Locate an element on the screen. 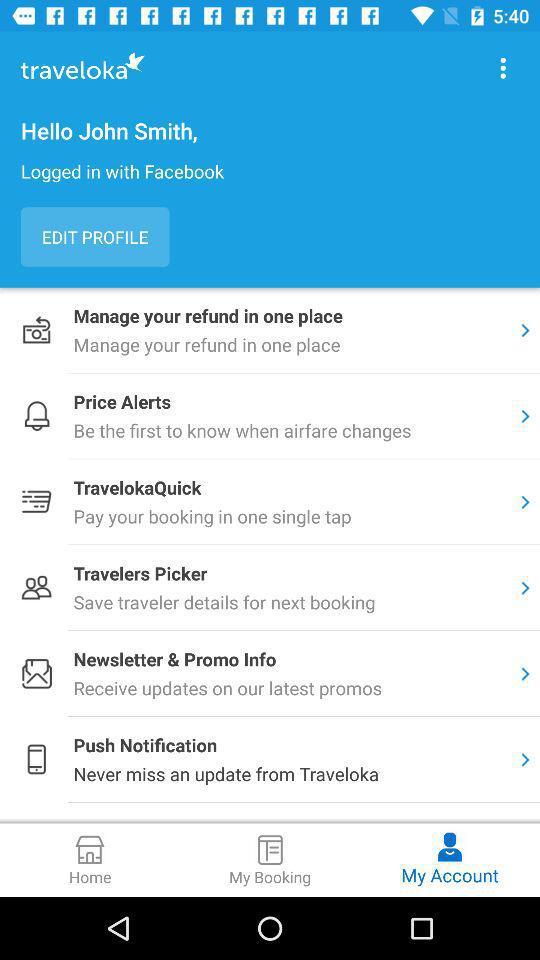 The height and width of the screenshot is (960, 540). the edit profile is located at coordinates (94, 237).